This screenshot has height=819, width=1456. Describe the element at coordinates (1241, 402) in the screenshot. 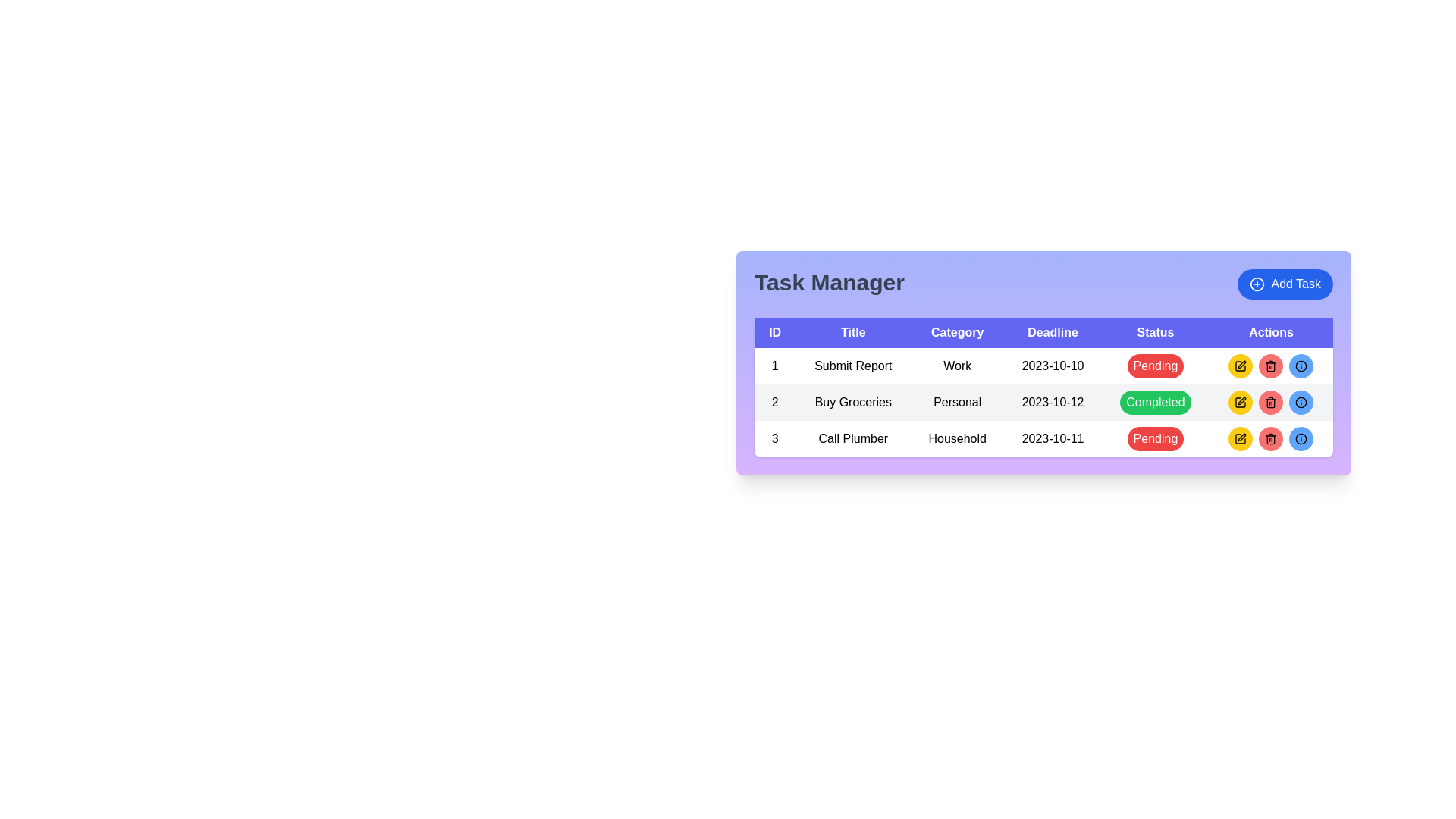

I see `the circular yellow button with a pen icon in the 'Actions' column of the 'Buy Groceries' task` at that location.